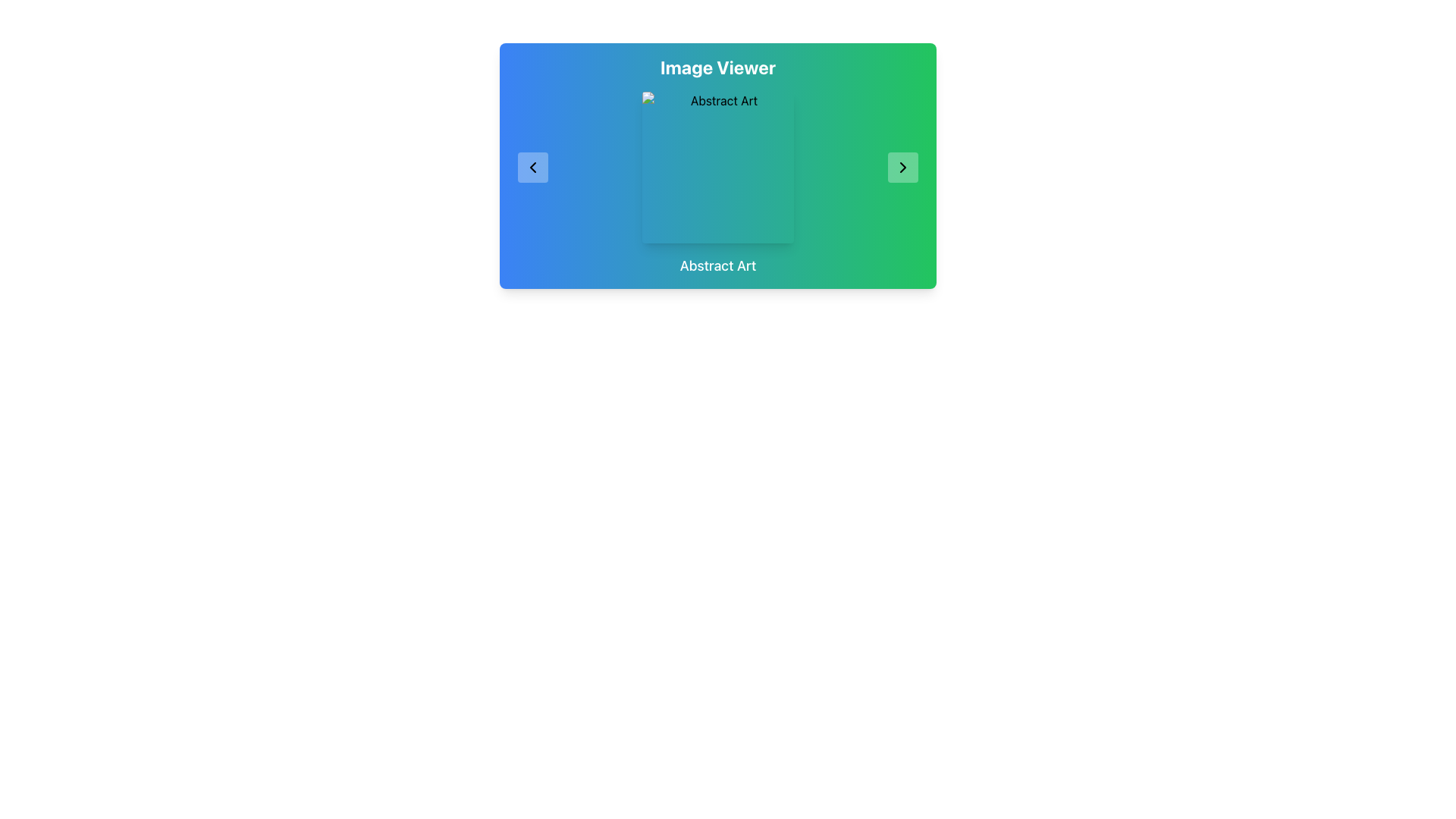 This screenshot has width=1456, height=819. I want to click on the navigation button located at the top-right corner of the interface to proceed to the next item, so click(902, 167).